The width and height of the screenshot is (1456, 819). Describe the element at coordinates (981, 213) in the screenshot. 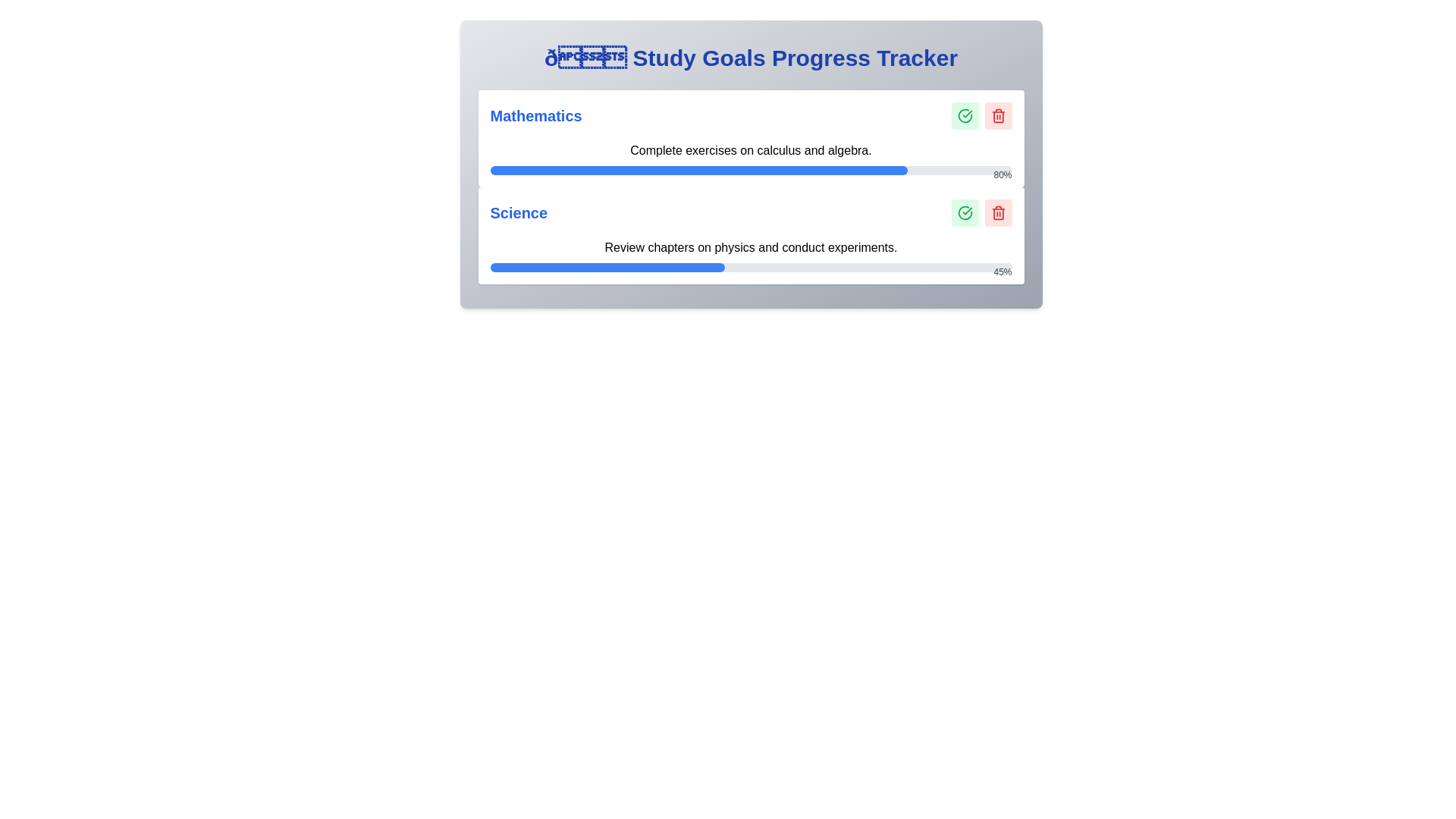

I see `the dual-button group for the 'Science' task in the 'Study Goals Progress Tracker' interface` at that location.